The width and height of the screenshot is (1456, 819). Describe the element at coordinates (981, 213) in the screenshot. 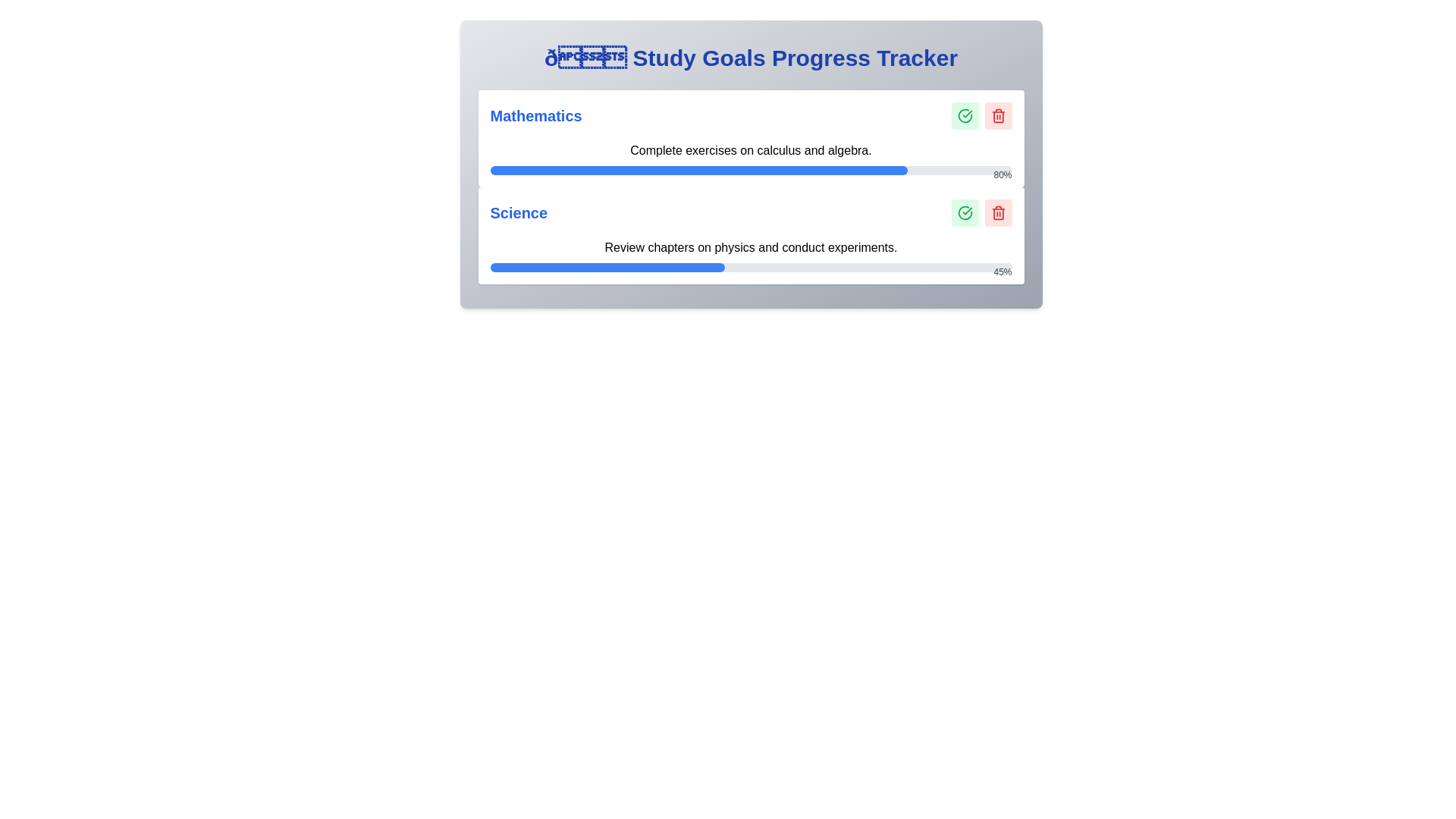

I see `the dual-button group for the 'Science' task in the 'Study Goals Progress Tracker' interface` at that location.